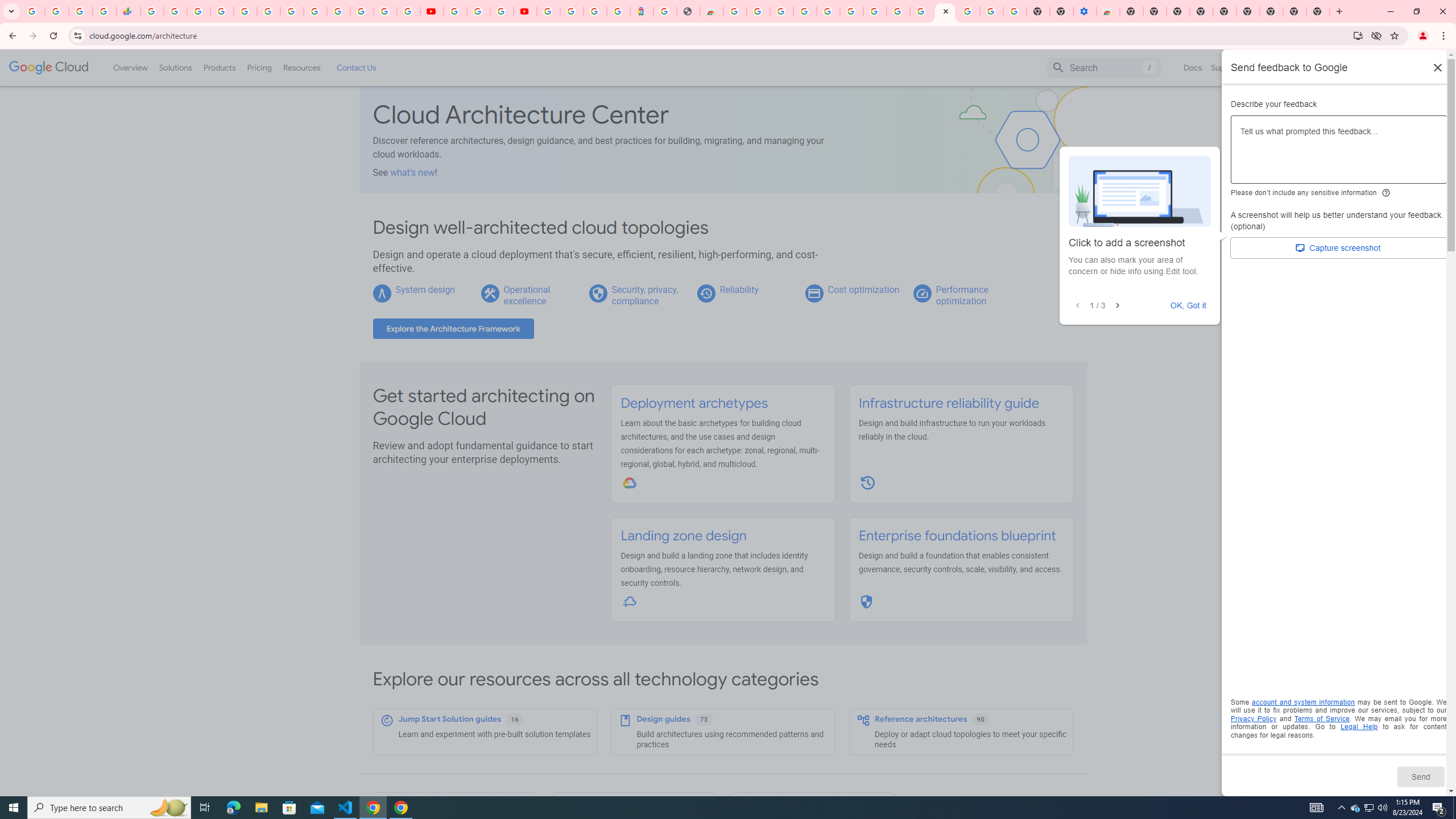  I want to click on 'Landing zone design', so click(682, 536).